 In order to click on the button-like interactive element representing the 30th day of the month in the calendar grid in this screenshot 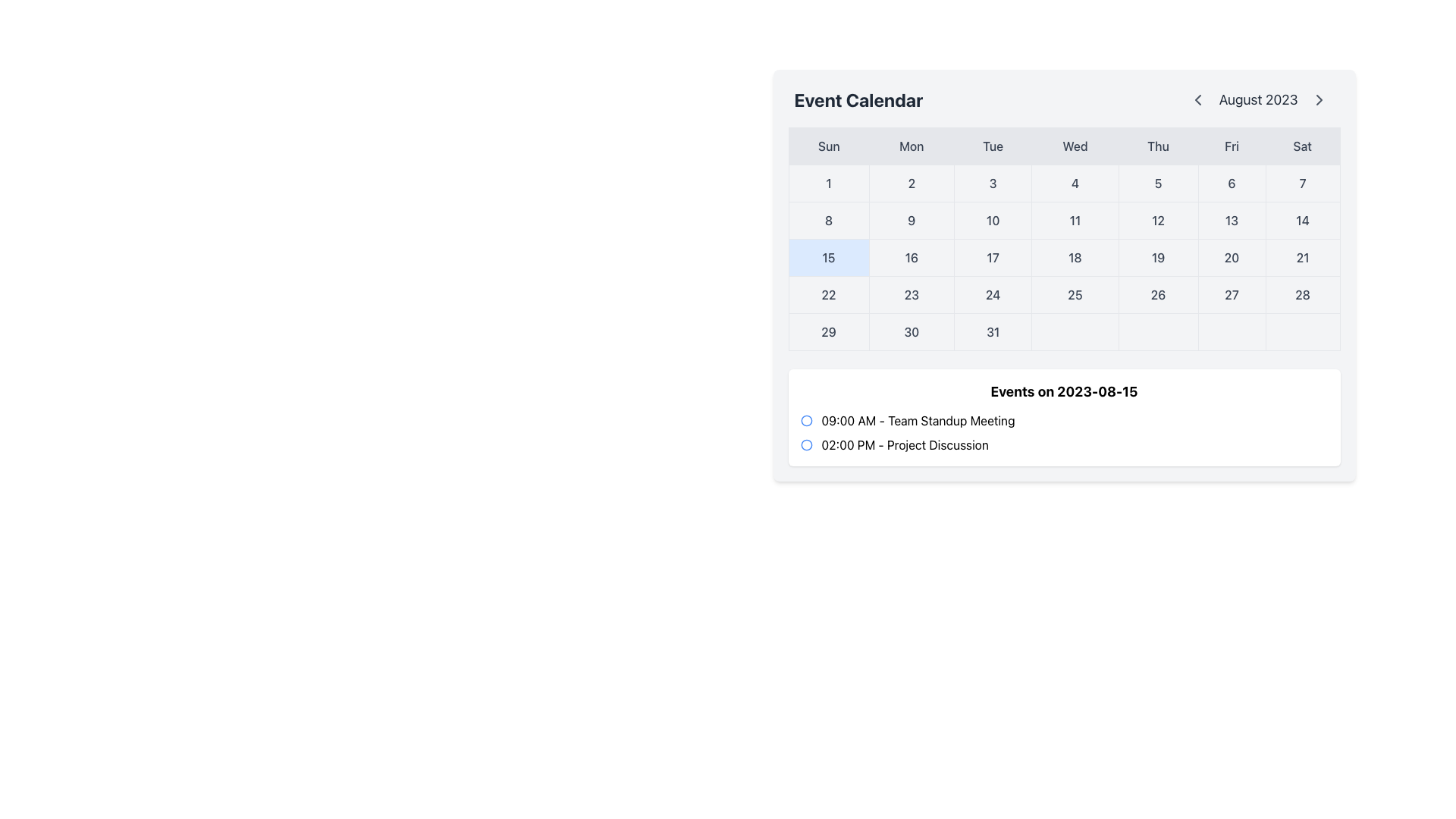, I will do `click(911, 331)`.